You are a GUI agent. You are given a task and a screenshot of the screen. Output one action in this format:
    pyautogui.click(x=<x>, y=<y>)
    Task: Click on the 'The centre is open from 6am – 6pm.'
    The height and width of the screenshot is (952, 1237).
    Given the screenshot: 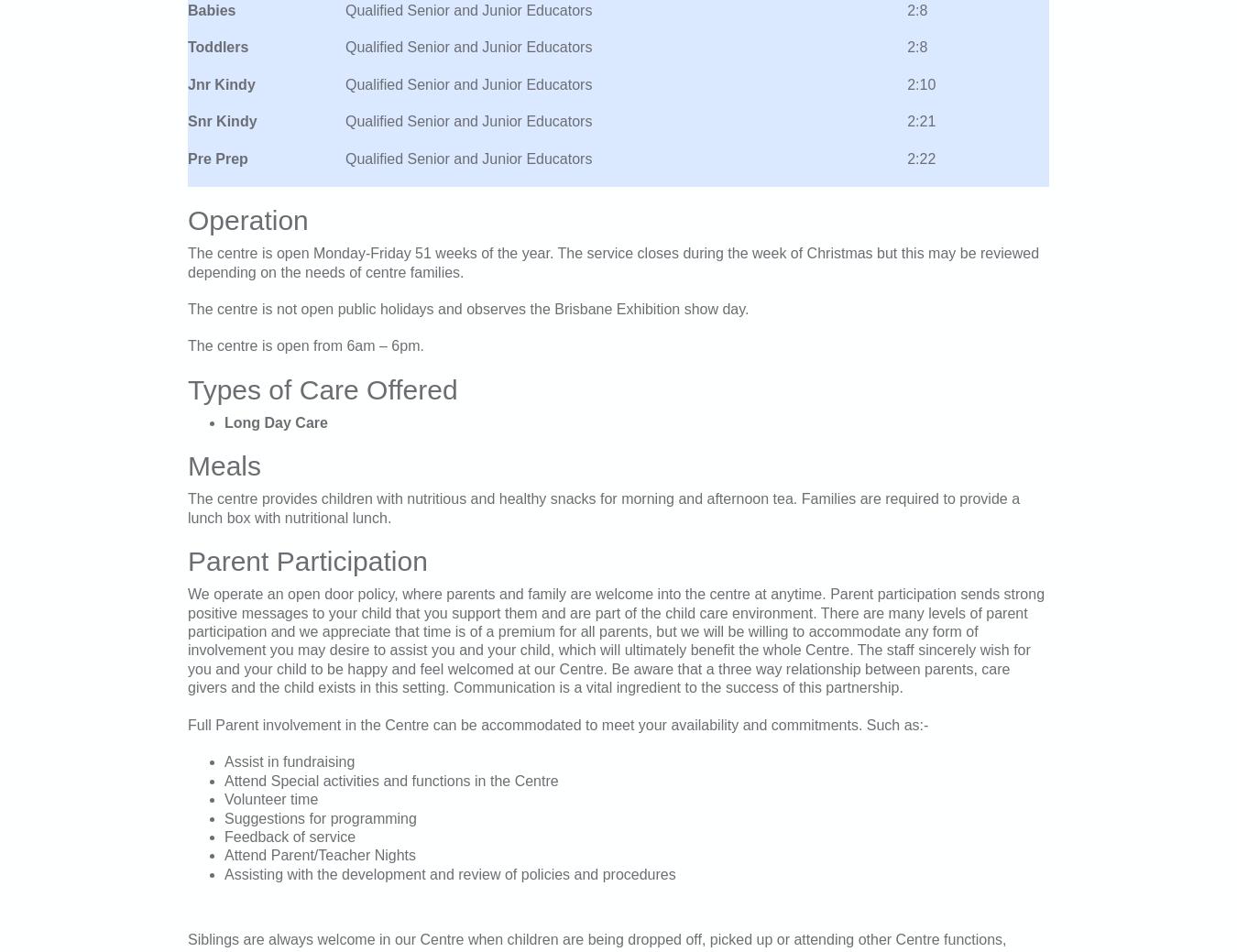 What is the action you would take?
    pyautogui.click(x=304, y=345)
    